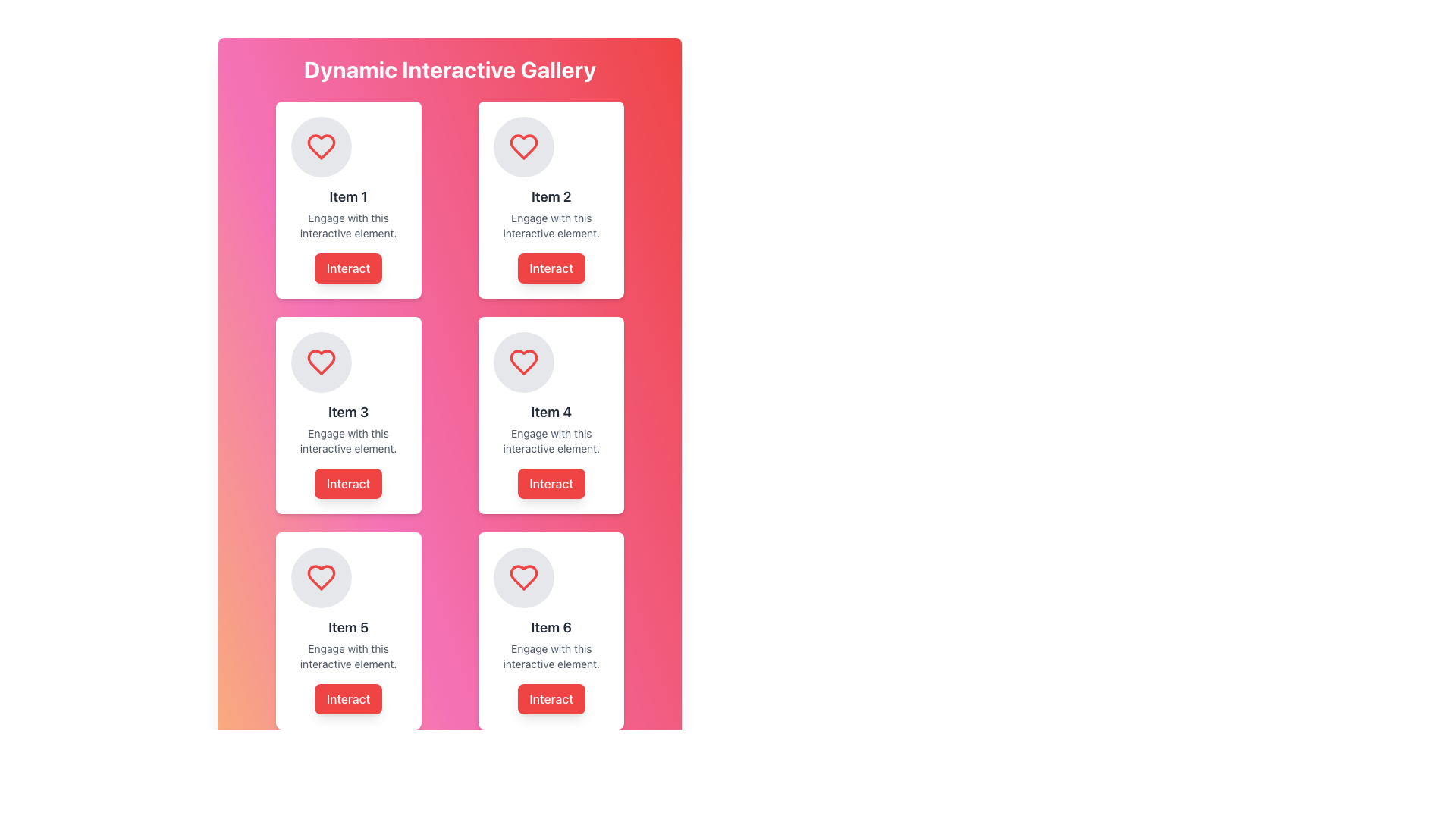  What do you see at coordinates (551, 441) in the screenshot?
I see `the static text block that says 'Engage with this interactive element.' located in the fourth card of the vertically stacked grid, positioned below the title 'Item 4' and above the 'Interact' button` at bounding box center [551, 441].